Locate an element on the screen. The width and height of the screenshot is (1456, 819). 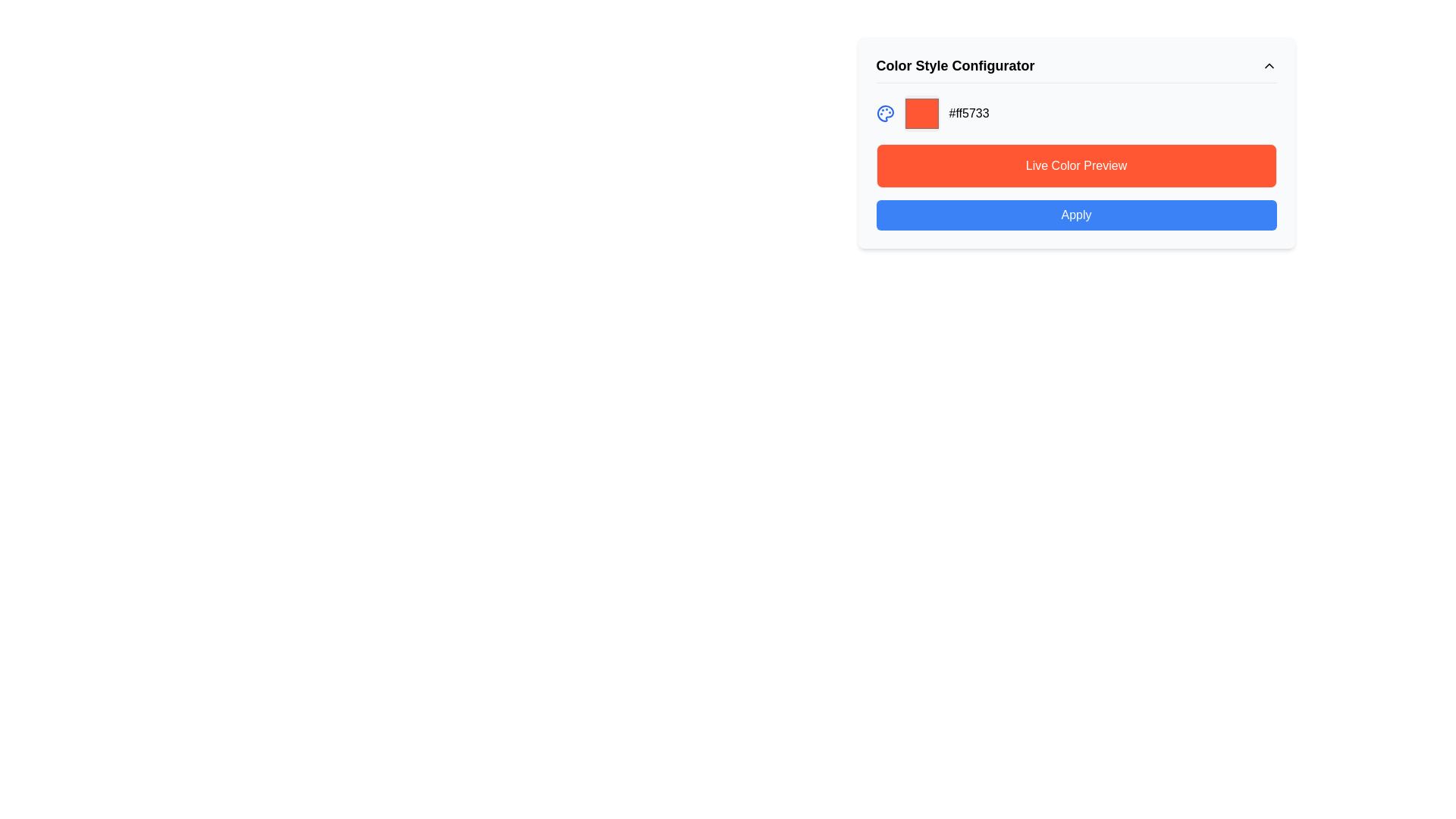
the palette icon with a thin blue outline and circular design, which is the first item in the row next to the color block and color code input is located at coordinates (885, 113).